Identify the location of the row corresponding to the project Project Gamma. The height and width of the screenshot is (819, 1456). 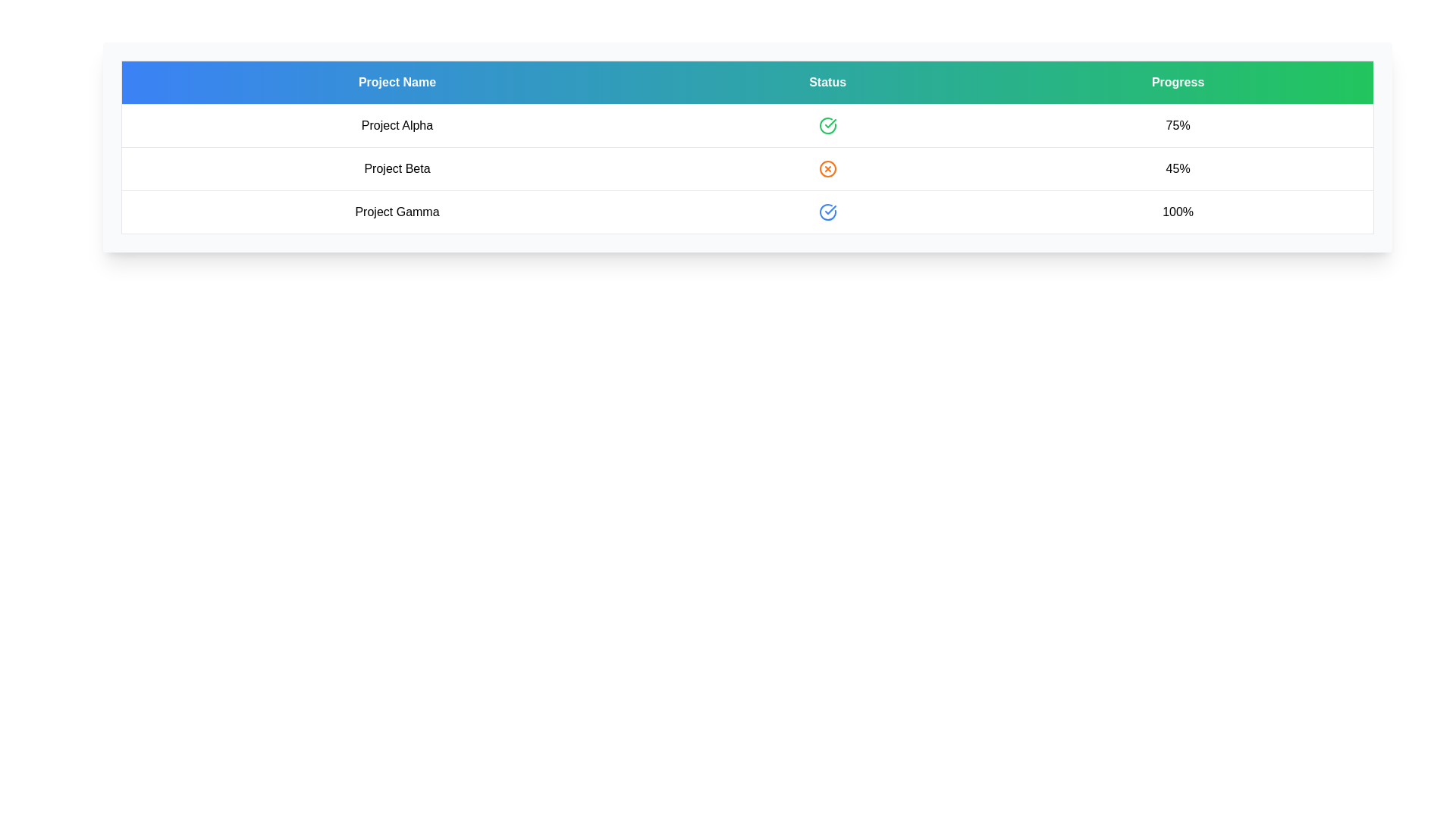
(397, 212).